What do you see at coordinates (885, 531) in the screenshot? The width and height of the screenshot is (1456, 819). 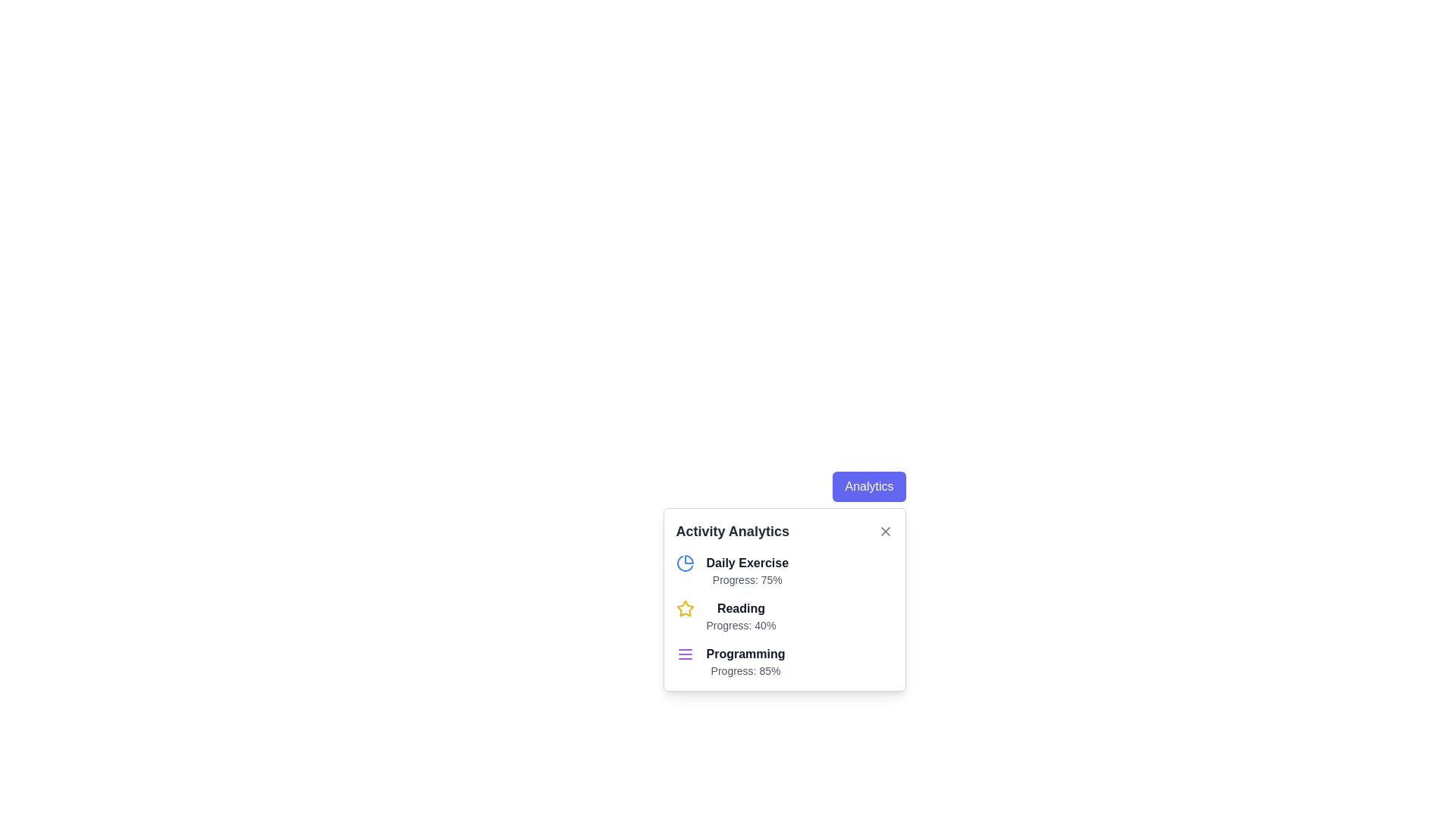 I see `the close button located at the top-right corner of the 'Activity Analytics' panel` at bounding box center [885, 531].